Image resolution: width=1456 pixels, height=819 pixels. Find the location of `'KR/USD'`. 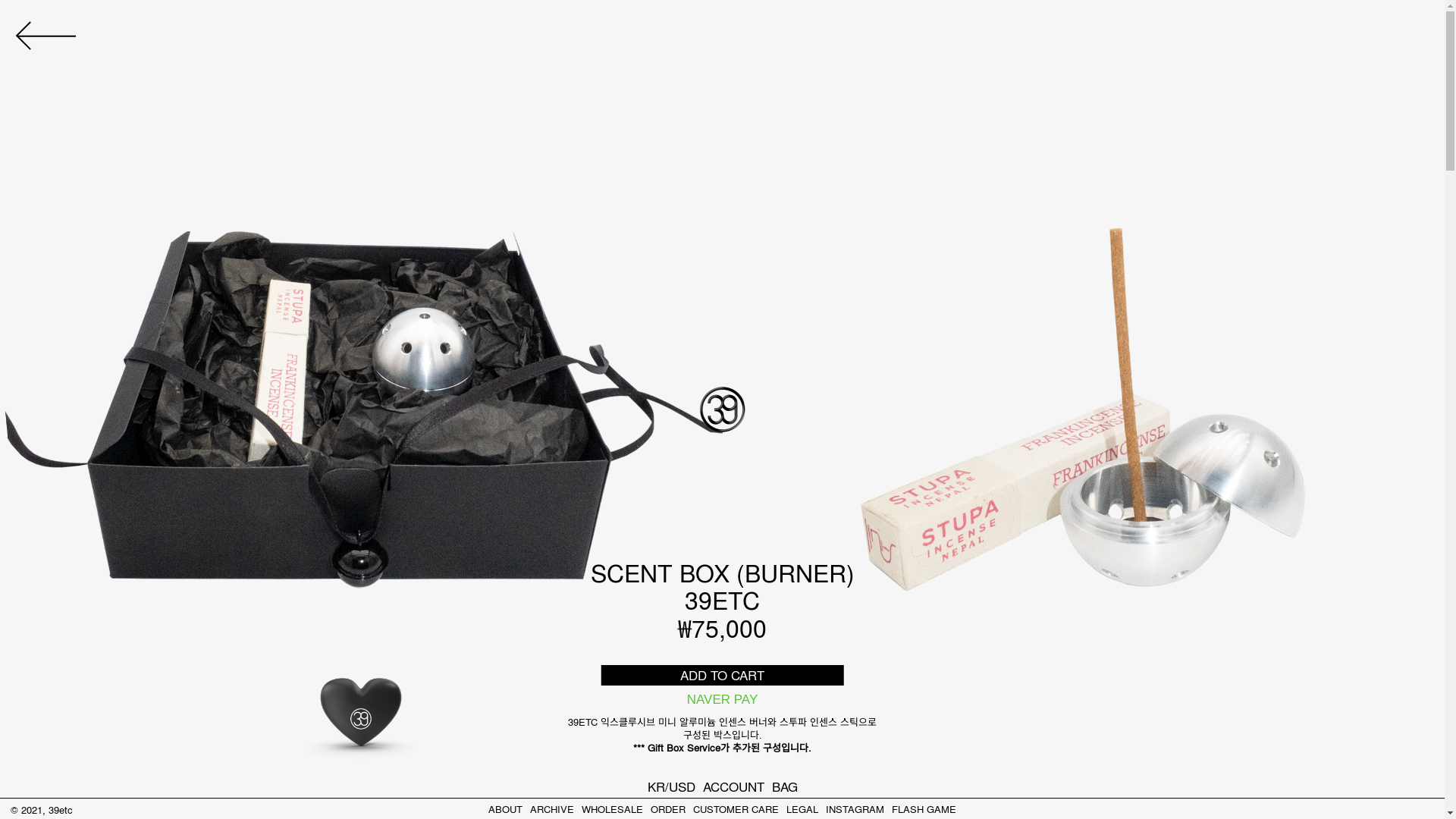

'KR/USD' is located at coordinates (670, 785).